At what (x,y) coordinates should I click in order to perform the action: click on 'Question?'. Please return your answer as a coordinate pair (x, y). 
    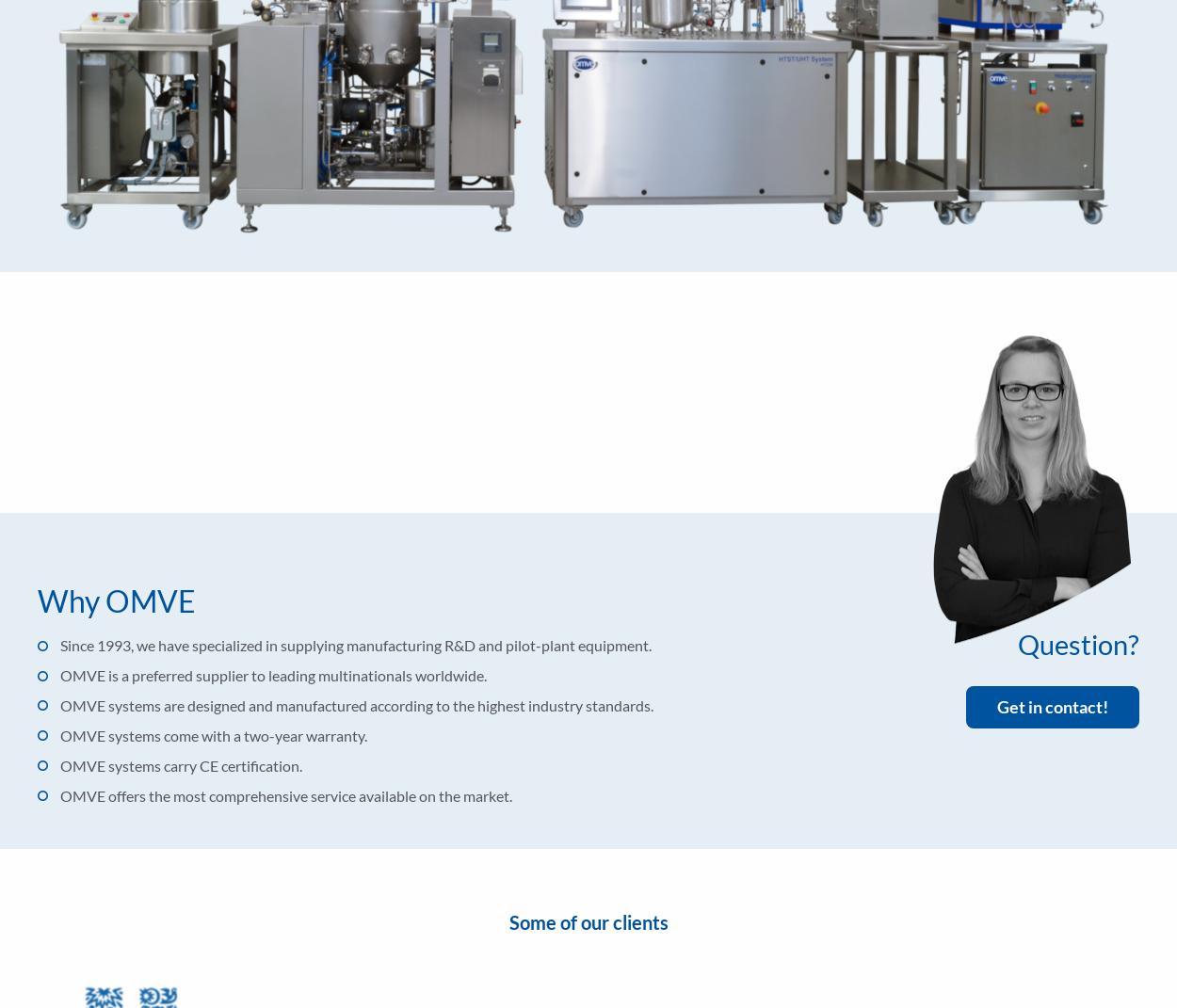
    Looking at the image, I should click on (1077, 643).